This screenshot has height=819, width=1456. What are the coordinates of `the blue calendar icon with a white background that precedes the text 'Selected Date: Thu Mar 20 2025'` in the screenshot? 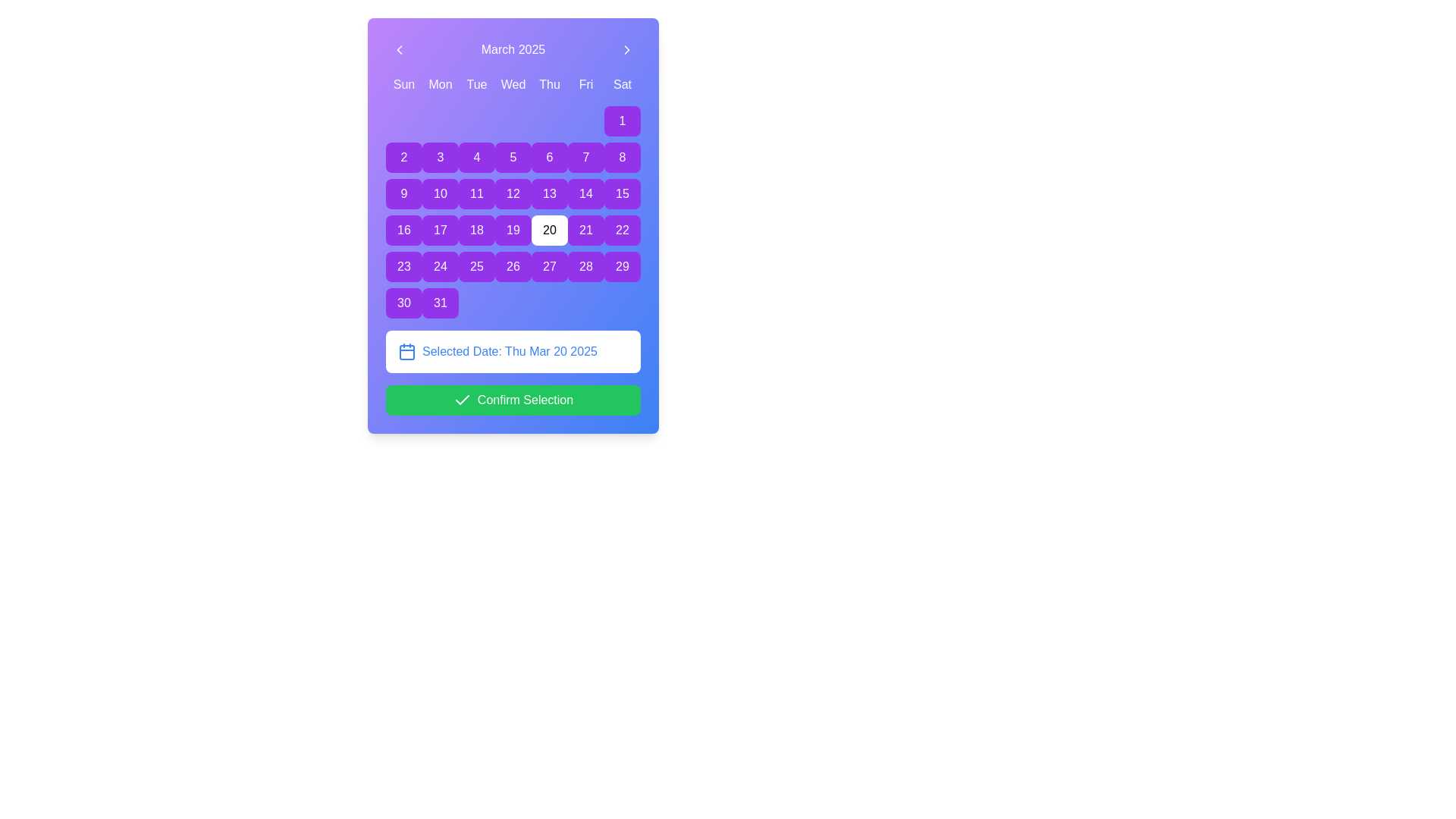 It's located at (407, 351).